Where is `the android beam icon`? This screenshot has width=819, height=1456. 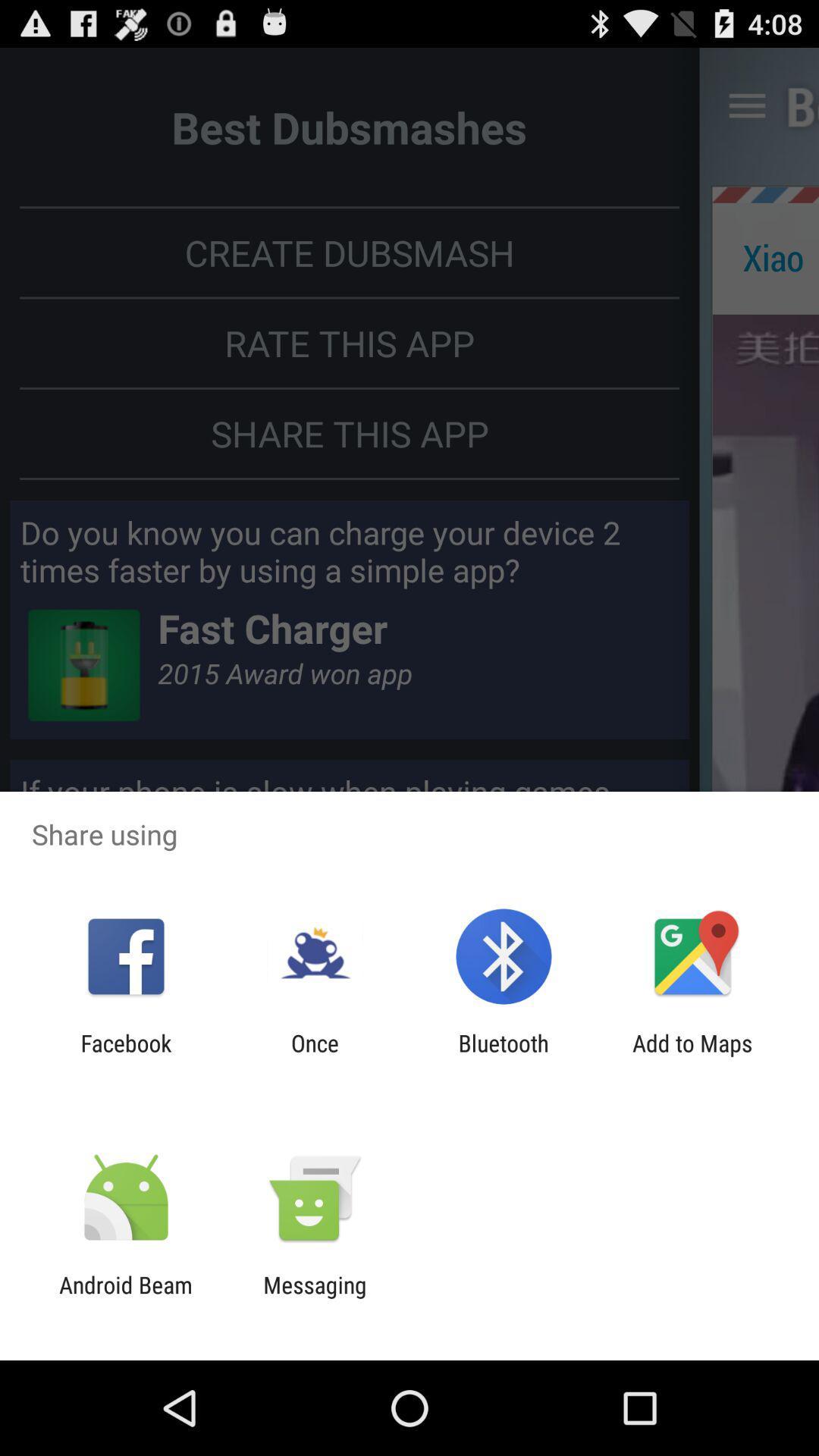
the android beam icon is located at coordinates (125, 1298).